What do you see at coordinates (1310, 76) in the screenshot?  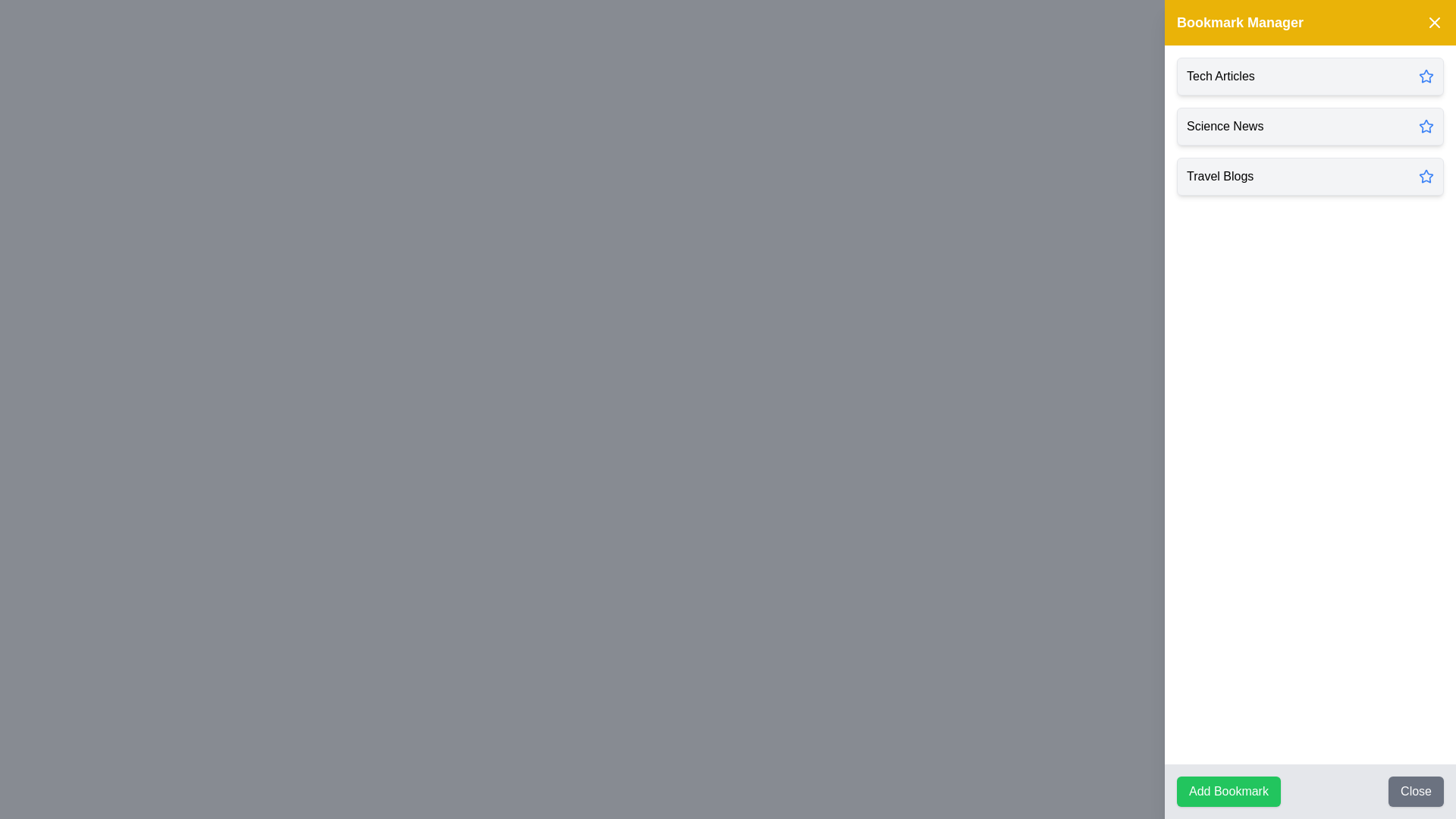 I see `the 'Tech Articles' list item in the Bookmark Manager sidebar` at bounding box center [1310, 76].